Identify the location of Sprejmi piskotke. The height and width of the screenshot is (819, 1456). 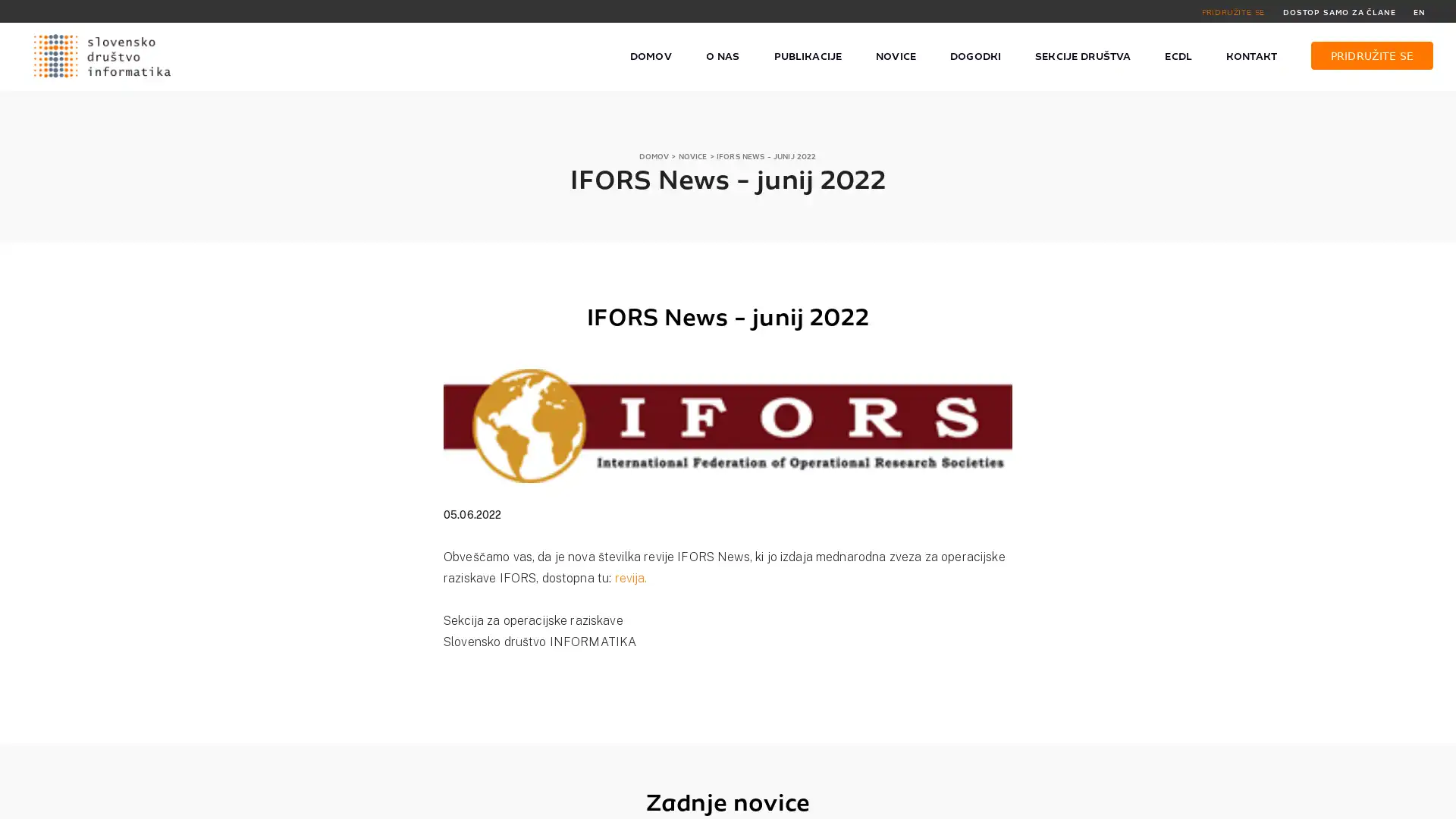
(975, 799).